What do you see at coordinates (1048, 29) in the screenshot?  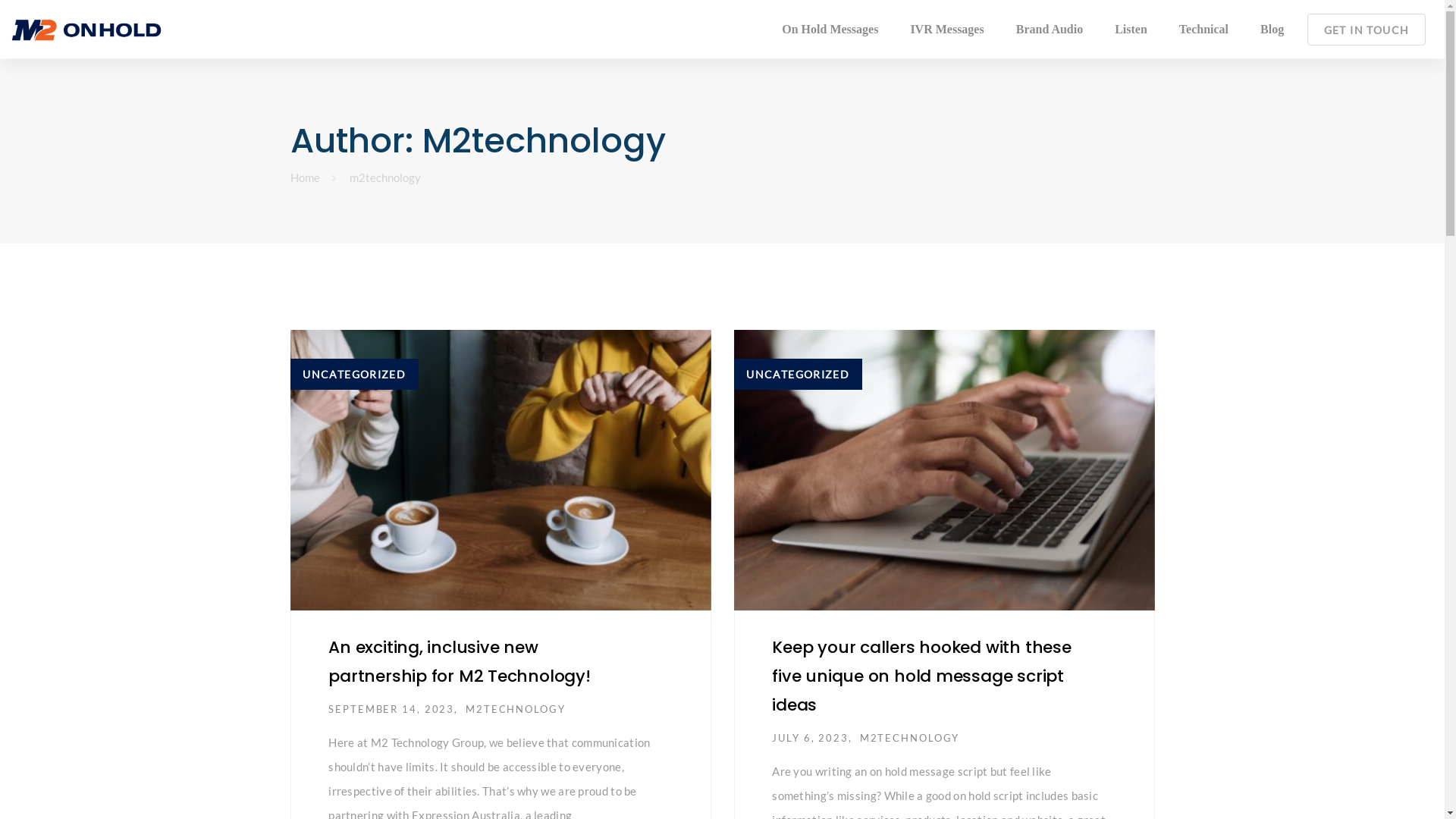 I see `'Brand Audio'` at bounding box center [1048, 29].